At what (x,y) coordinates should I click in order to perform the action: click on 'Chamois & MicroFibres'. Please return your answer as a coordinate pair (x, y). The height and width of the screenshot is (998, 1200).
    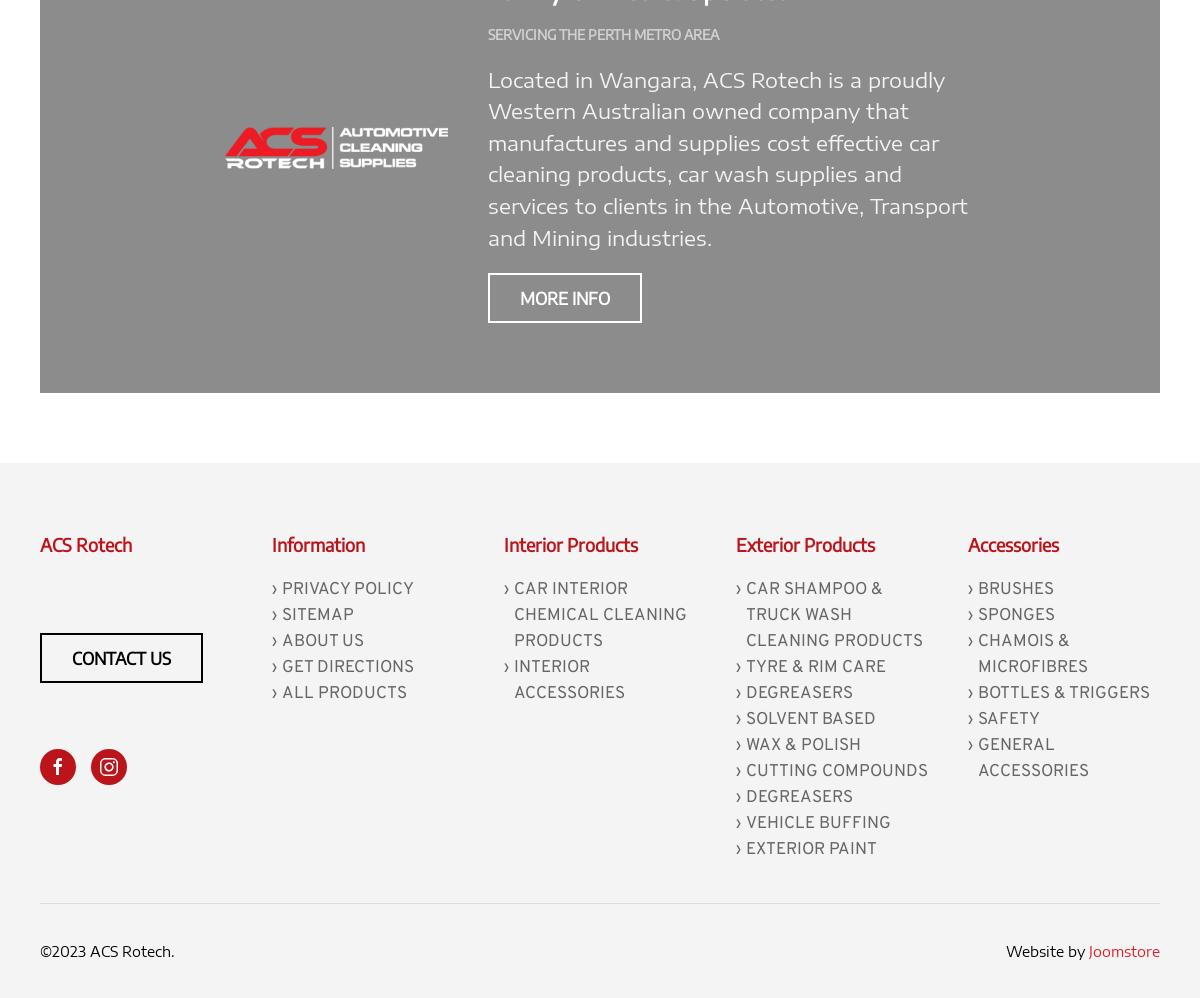
    Looking at the image, I should click on (977, 652).